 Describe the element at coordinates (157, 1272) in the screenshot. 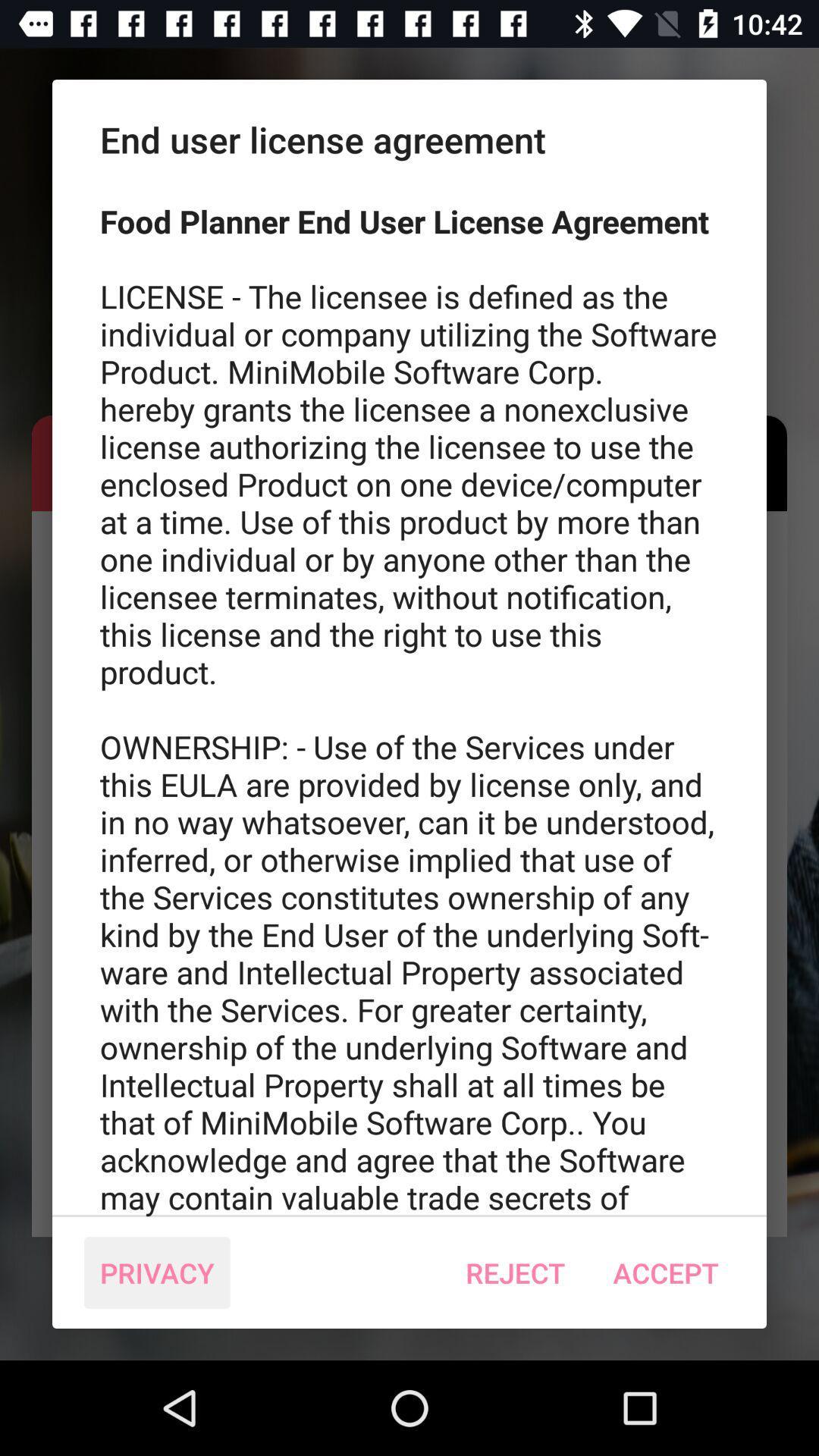

I see `the privacy icon` at that location.